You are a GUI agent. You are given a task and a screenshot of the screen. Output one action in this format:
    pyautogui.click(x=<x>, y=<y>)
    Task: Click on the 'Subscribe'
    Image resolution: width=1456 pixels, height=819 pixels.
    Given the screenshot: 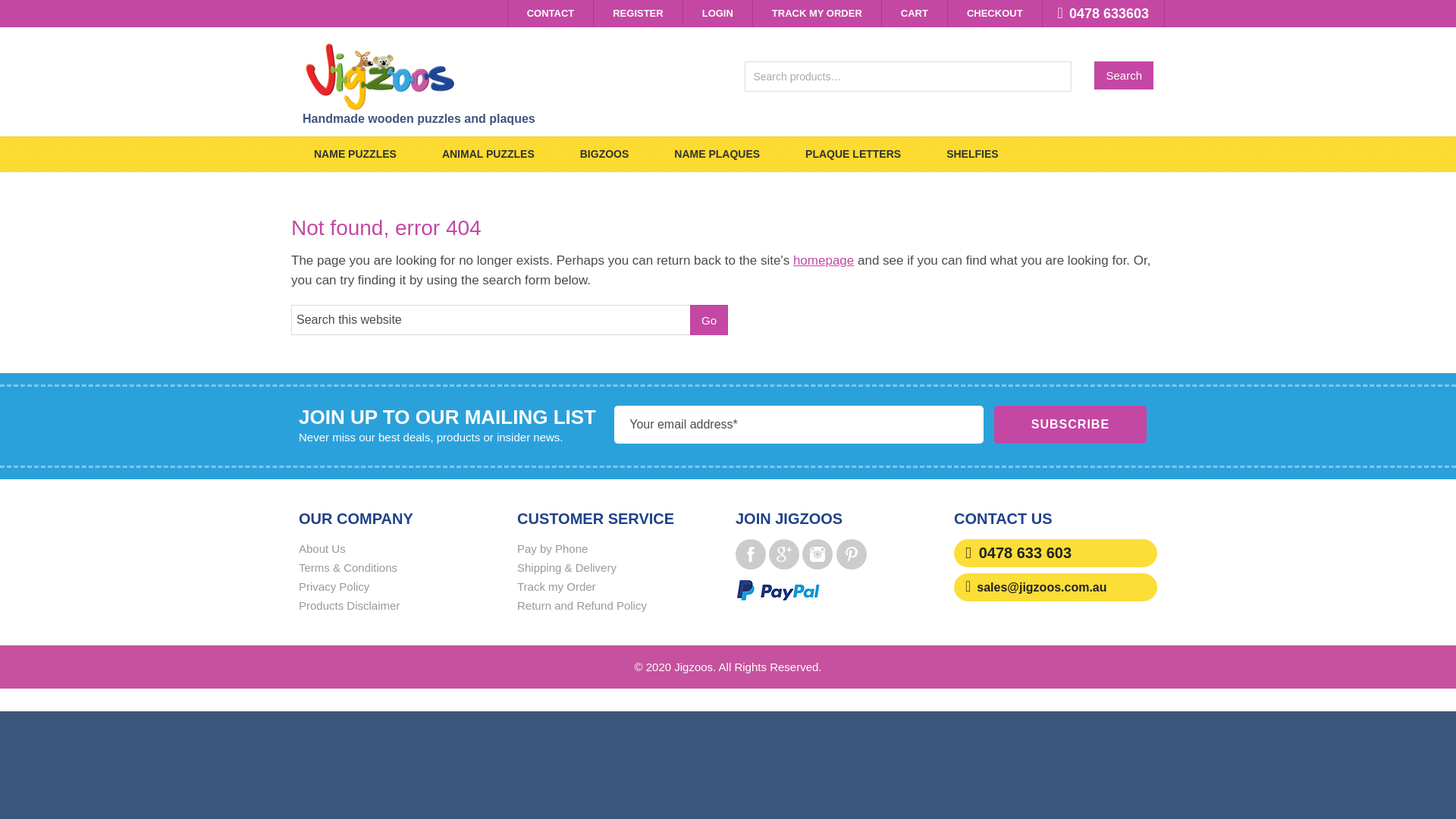 What is the action you would take?
    pyautogui.click(x=1069, y=424)
    